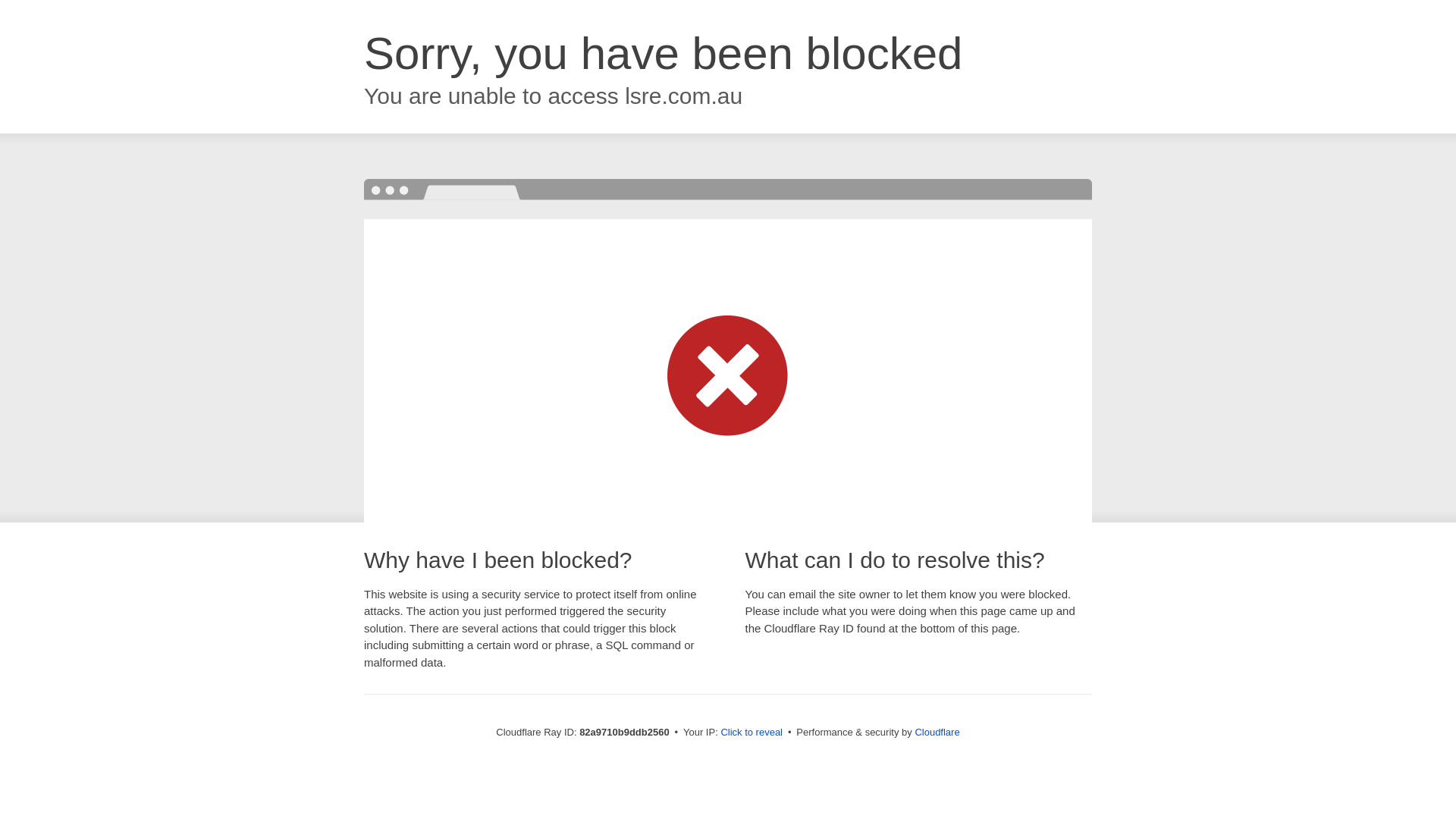 The width and height of the screenshot is (1456, 819). Describe the element at coordinates (751, 731) in the screenshot. I see `'Click to reveal'` at that location.